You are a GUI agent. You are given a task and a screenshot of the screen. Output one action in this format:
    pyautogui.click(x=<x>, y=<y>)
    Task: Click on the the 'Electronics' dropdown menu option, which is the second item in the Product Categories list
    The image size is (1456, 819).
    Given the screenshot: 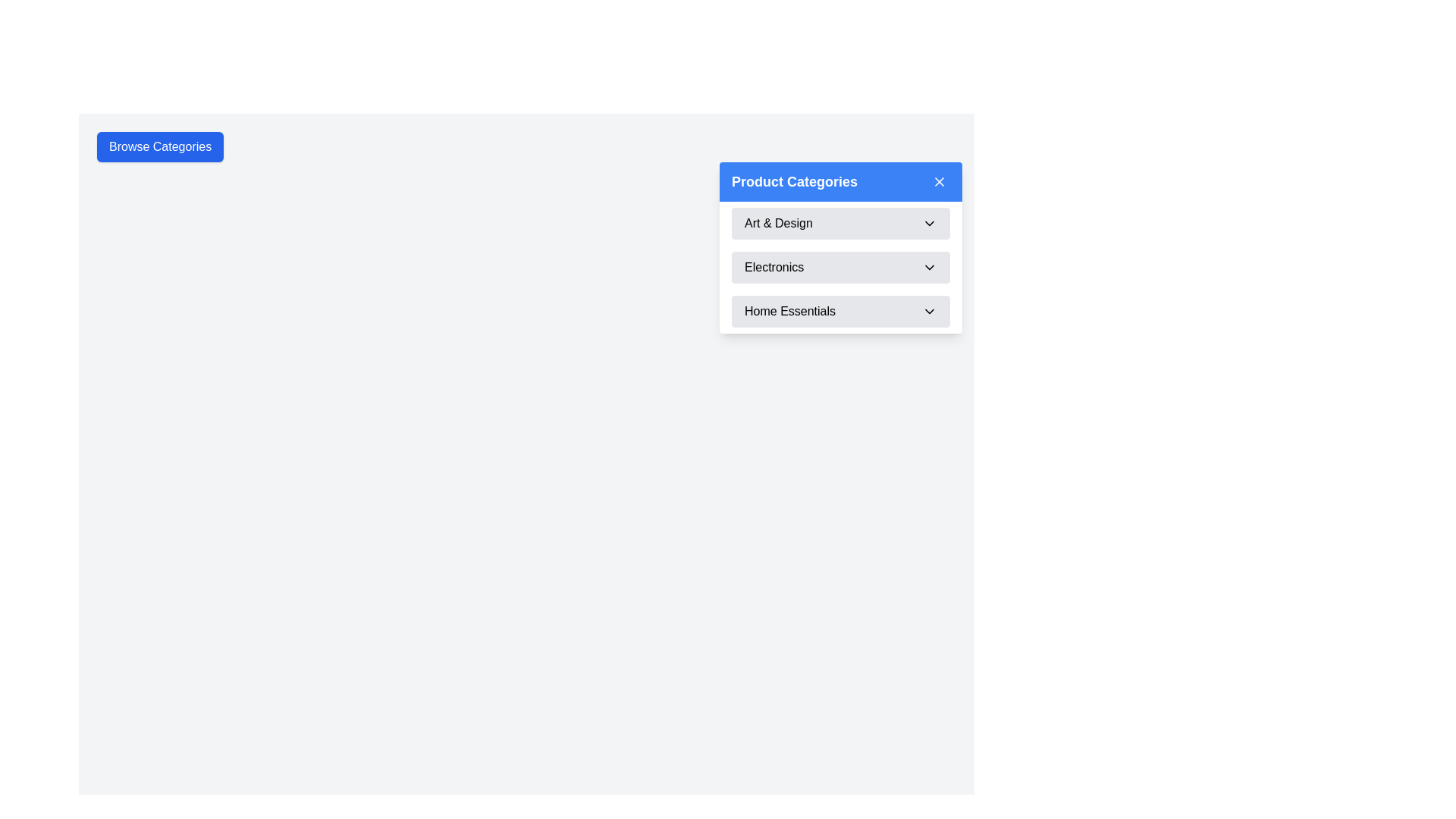 What is the action you would take?
    pyautogui.click(x=839, y=267)
    